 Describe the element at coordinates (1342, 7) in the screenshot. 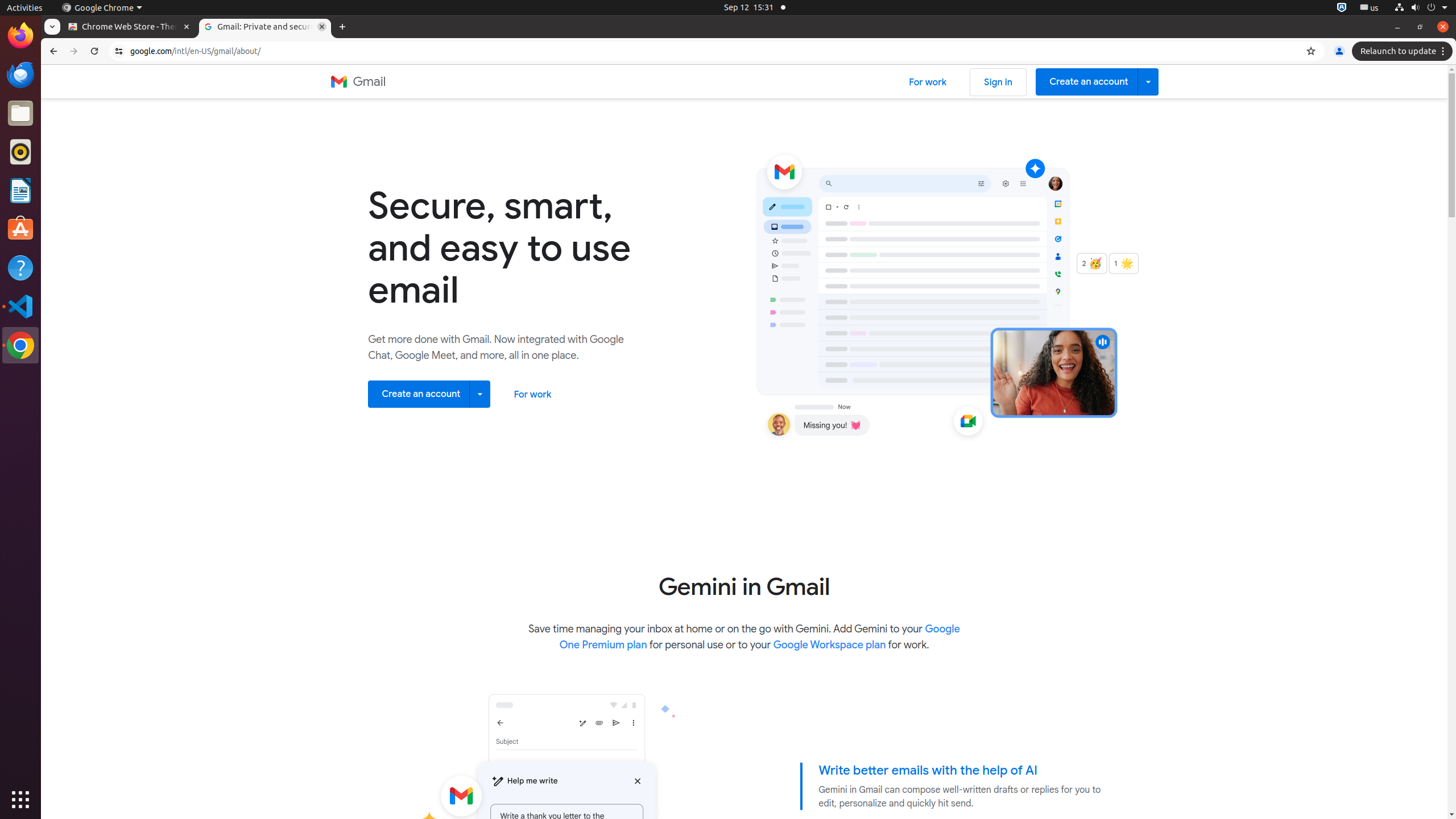

I see `':1.72/StatusNotifierItem'` at that location.